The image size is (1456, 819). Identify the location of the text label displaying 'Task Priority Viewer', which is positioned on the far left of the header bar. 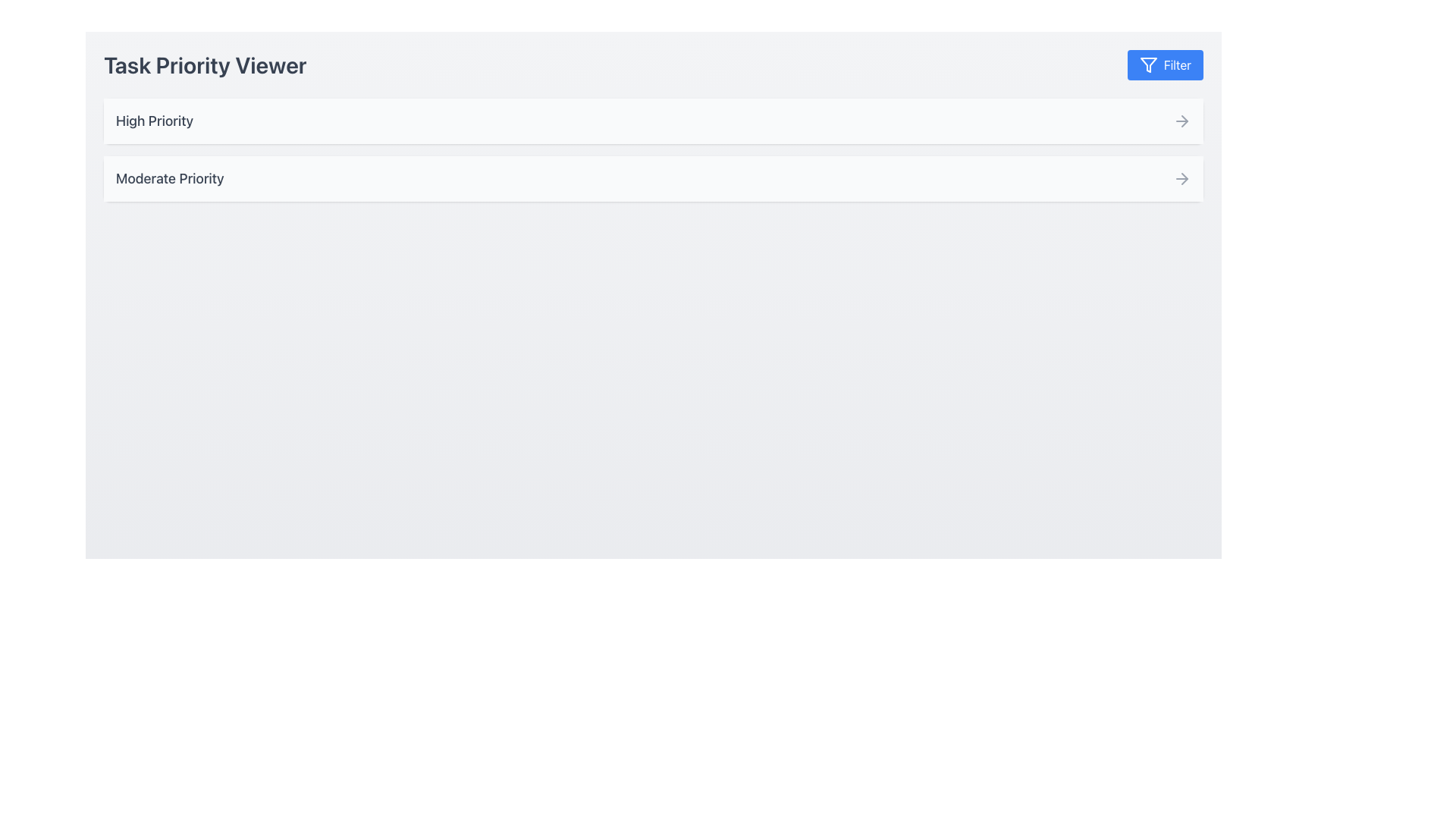
(204, 64).